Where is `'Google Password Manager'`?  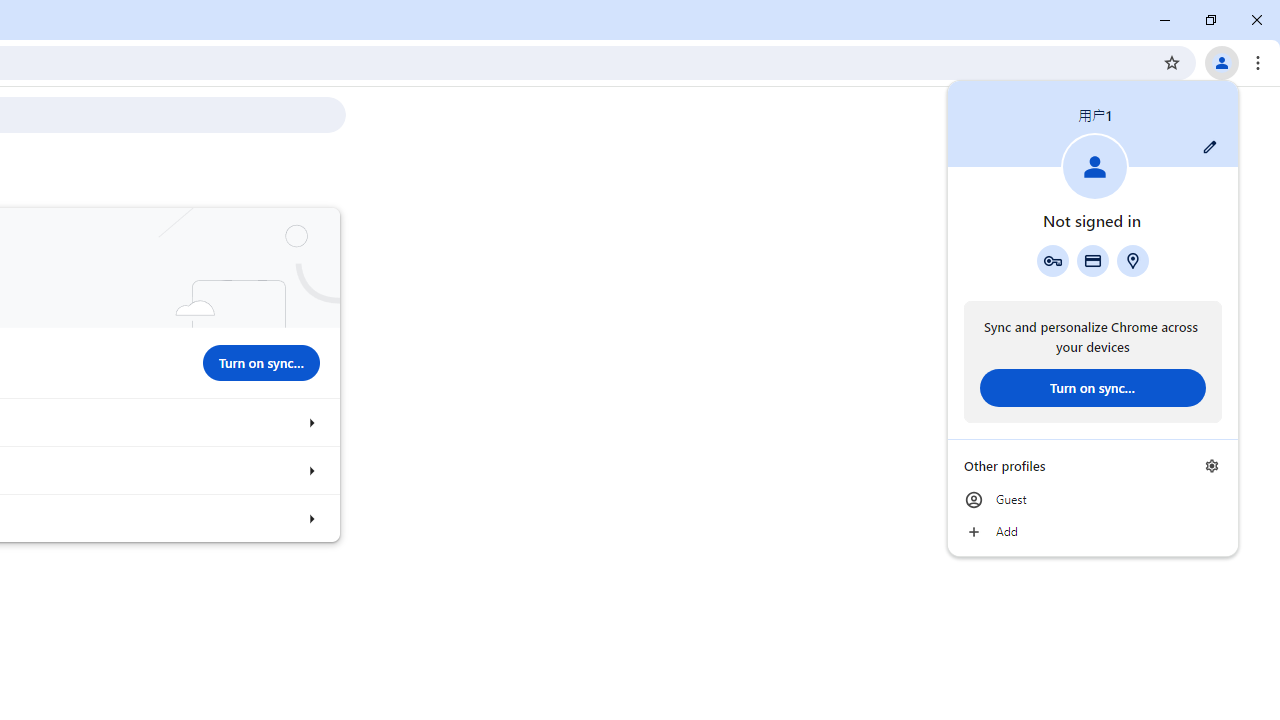 'Google Password Manager' is located at coordinates (1051, 260).